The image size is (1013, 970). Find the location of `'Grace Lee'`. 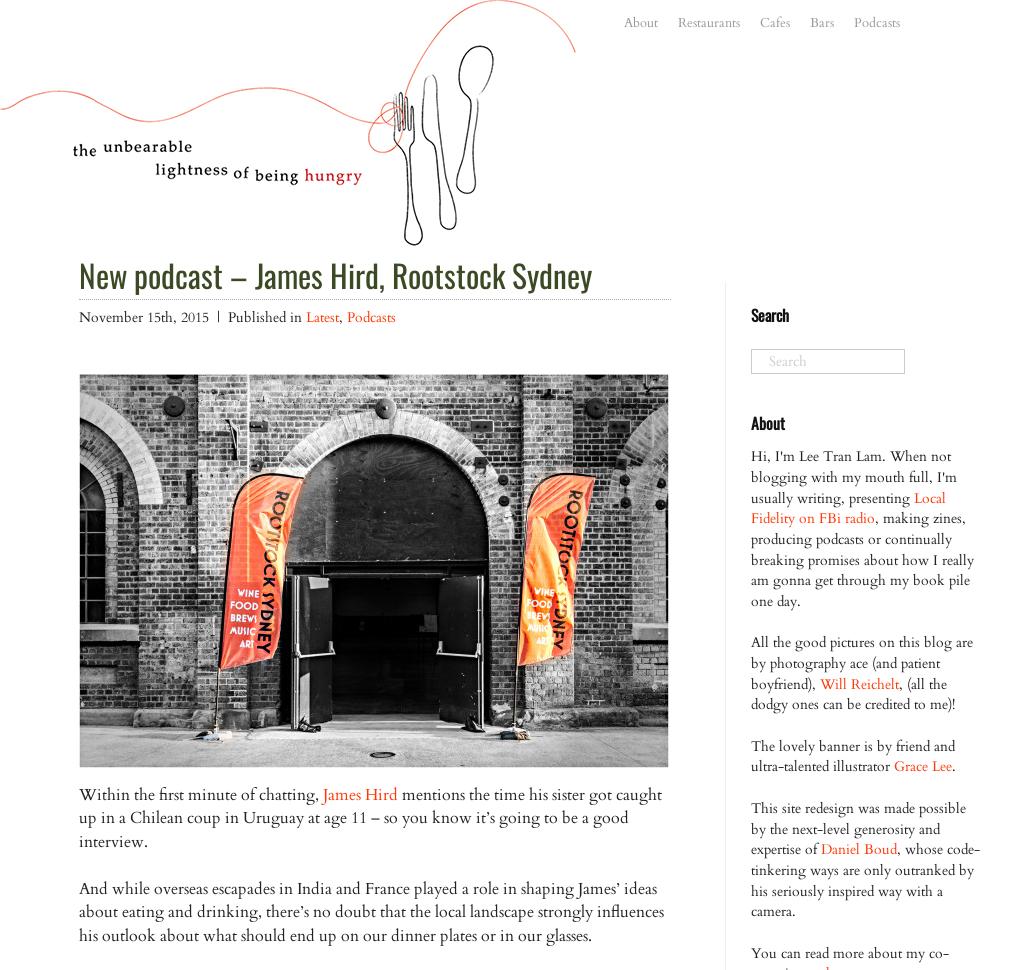

'Grace Lee' is located at coordinates (923, 765).